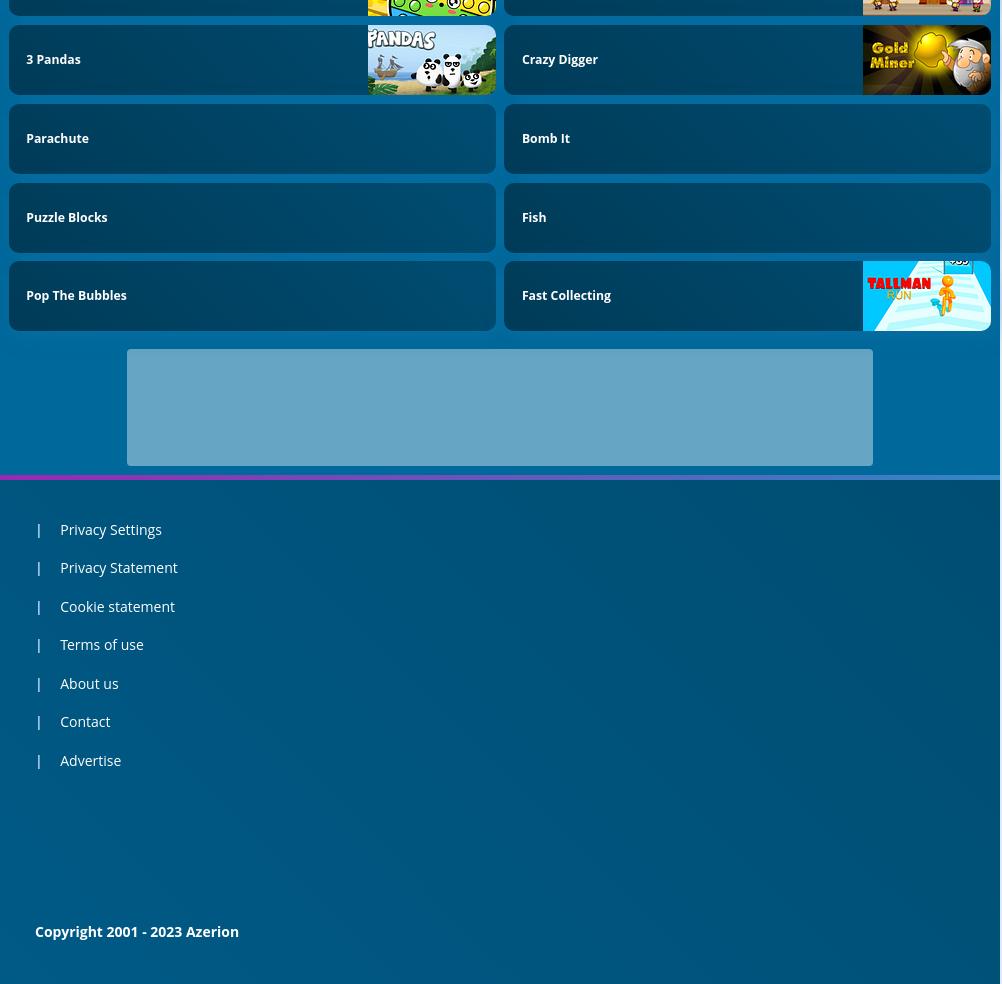 The width and height of the screenshot is (1002, 984). I want to click on 'Puzzle Blocks', so click(66, 216).